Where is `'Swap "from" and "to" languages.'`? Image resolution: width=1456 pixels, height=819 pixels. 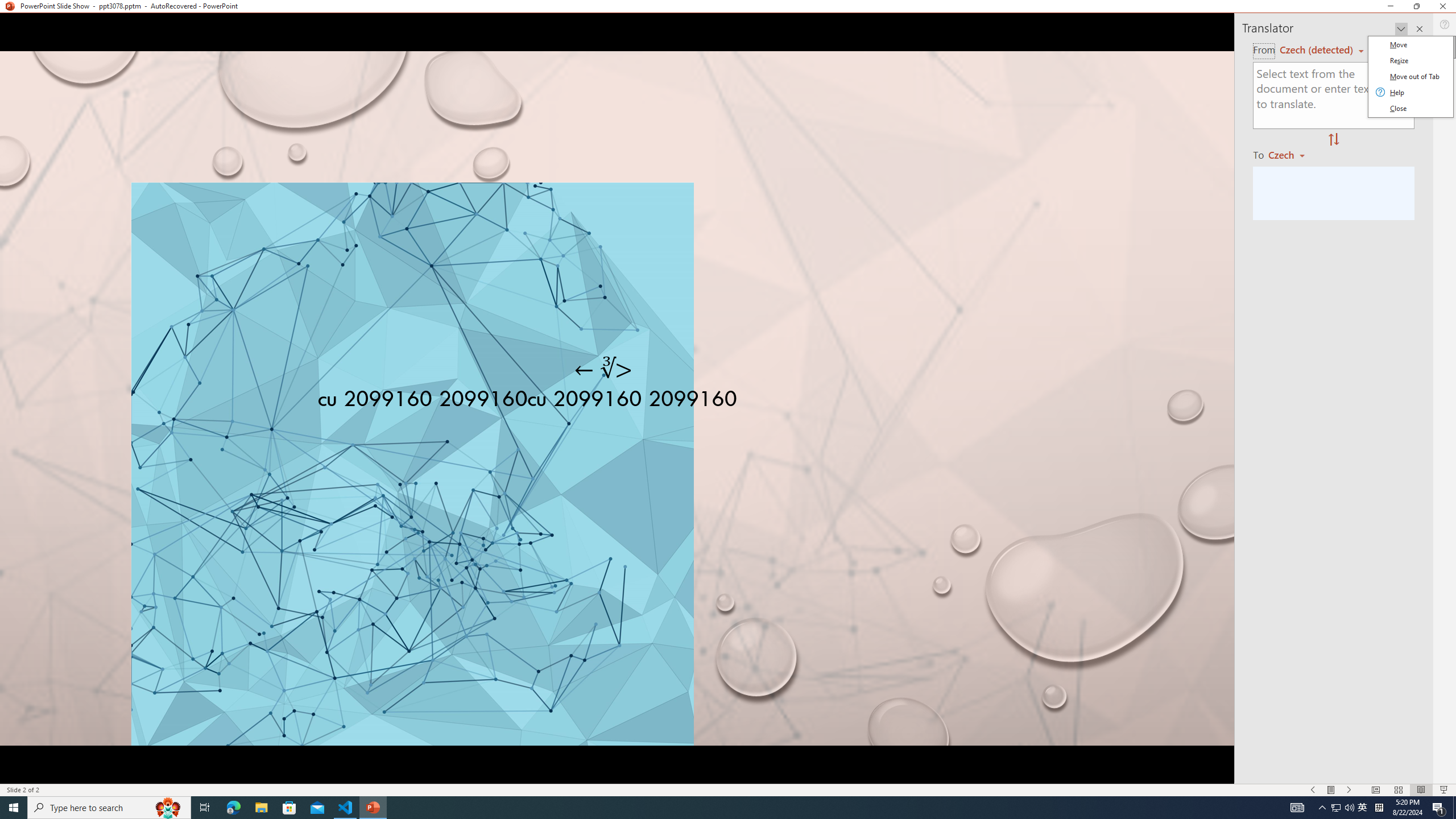 'Swap "from" and "to" languages.' is located at coordinates (1333, 139).